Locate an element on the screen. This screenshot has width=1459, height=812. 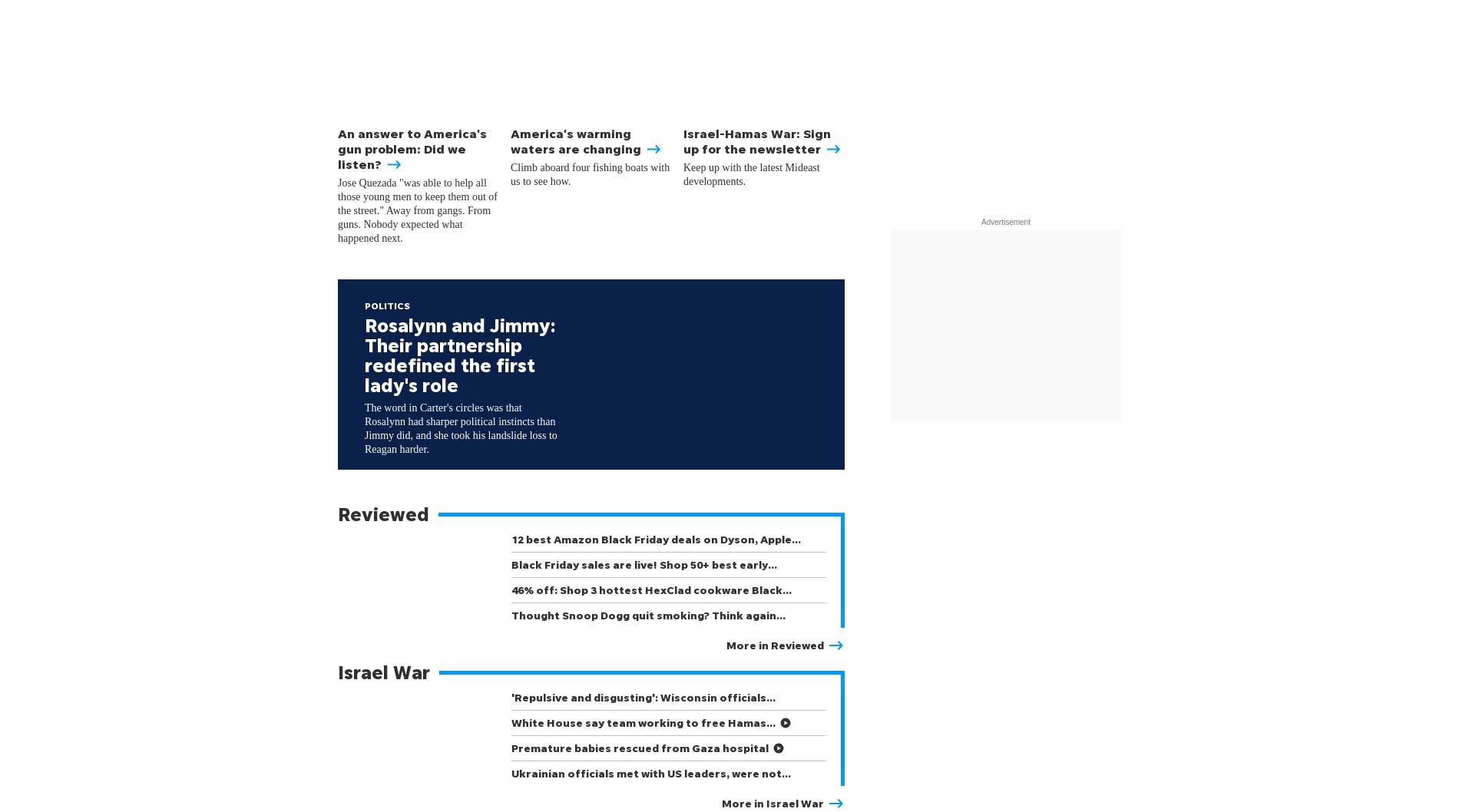
''Repulsive and disgusting': Wisconsin officials…' is located at coordinates (643, 697).